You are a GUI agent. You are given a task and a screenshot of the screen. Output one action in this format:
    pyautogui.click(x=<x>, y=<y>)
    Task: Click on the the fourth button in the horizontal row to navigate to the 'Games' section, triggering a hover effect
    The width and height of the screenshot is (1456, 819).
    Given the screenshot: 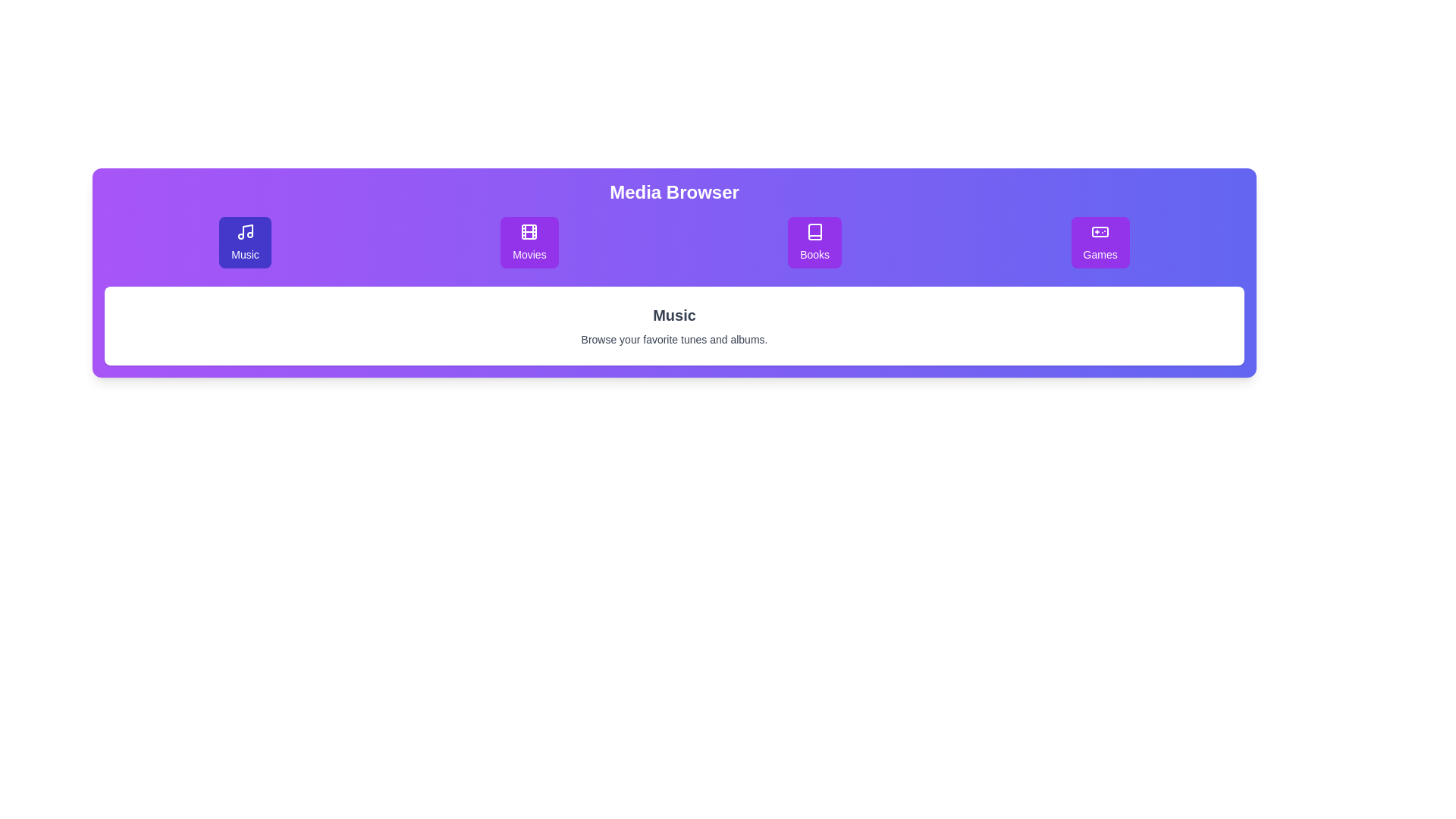 What is the action you would take?
    pyautogui.click(x=1100, y=242)
    